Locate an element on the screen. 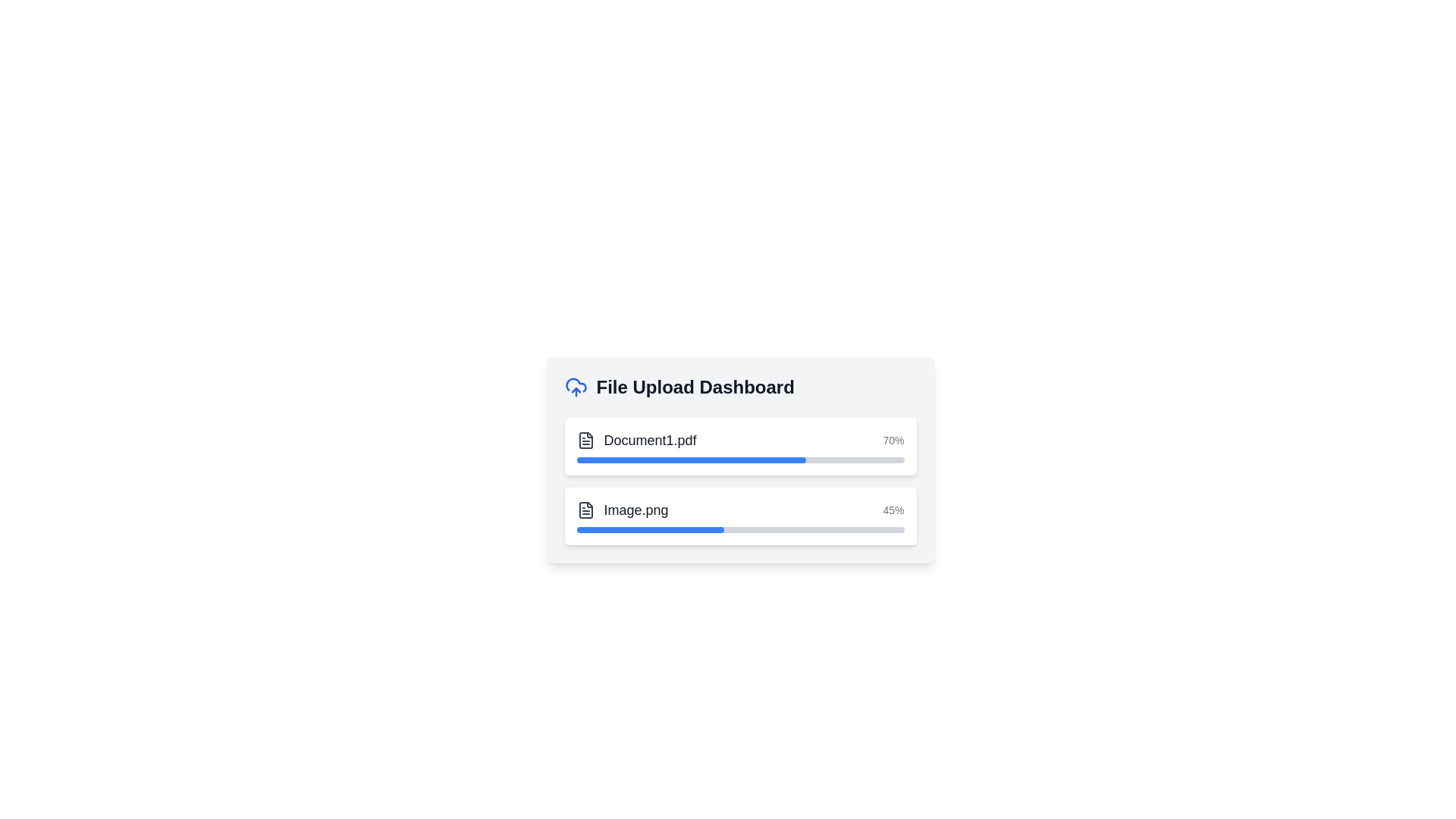 The image size is (1456, 819). the progress text label indicating the completion percentage for 'Document1.pdf' in the 'File Upload Dashboard' is located at coordinates (893, 441).